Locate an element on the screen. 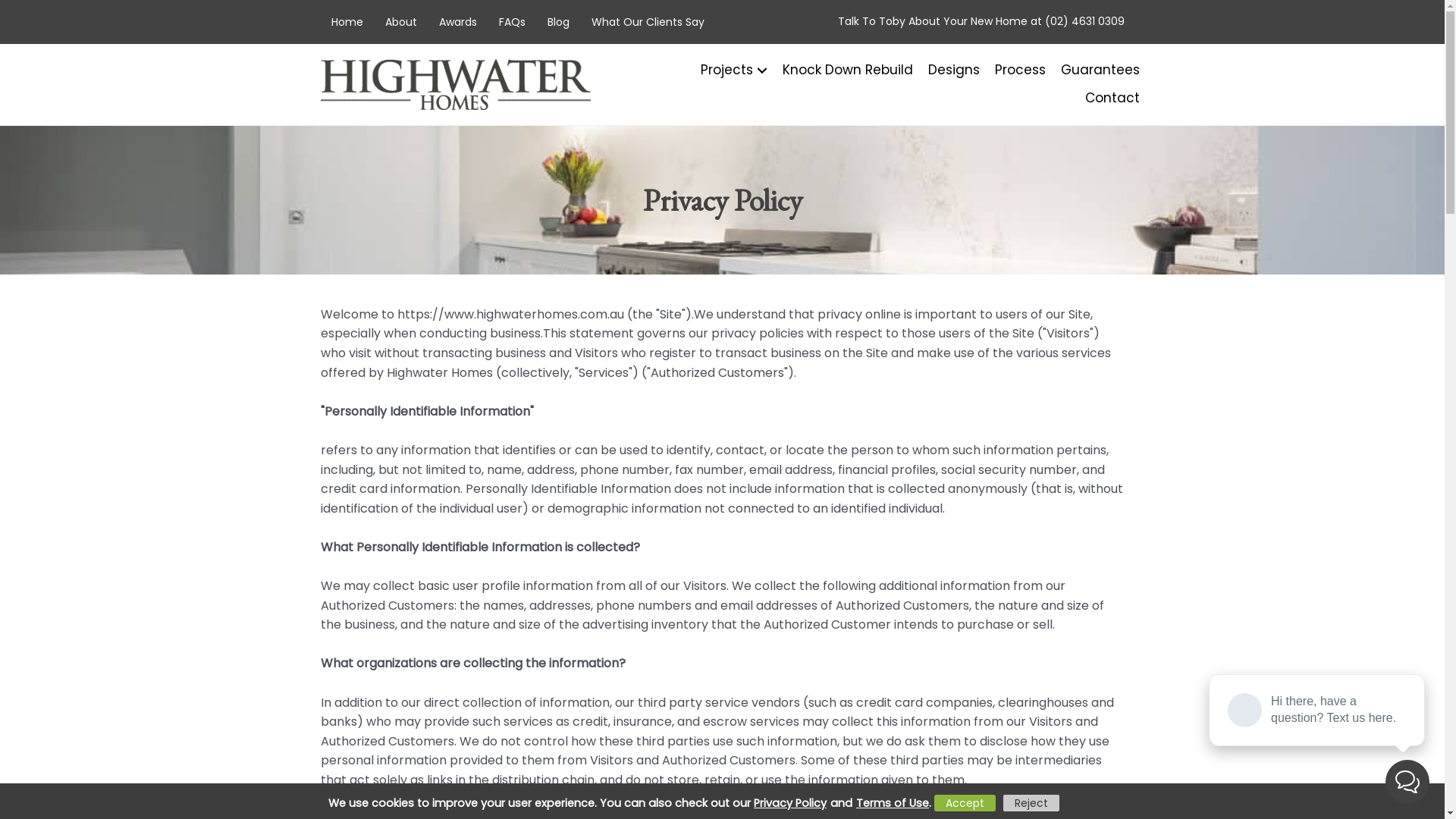 This screenshot has width=1456, height=819. 'FAQs' is located at coordinates (512, 22).